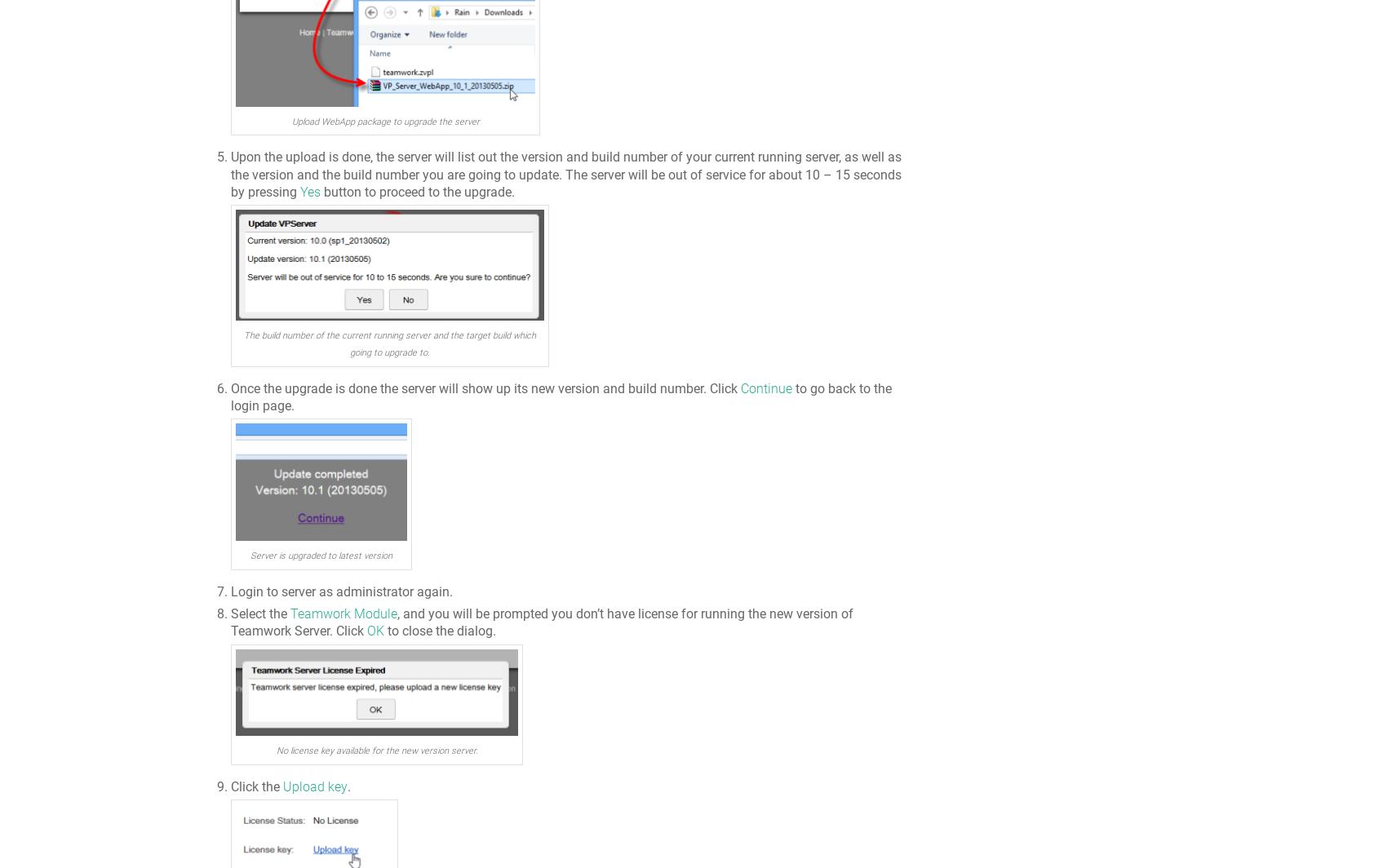 The width and height of the screenshot is (1374, 868). I want to click on 'Upload WebApp package to upgrade the server', so click(384, 121).